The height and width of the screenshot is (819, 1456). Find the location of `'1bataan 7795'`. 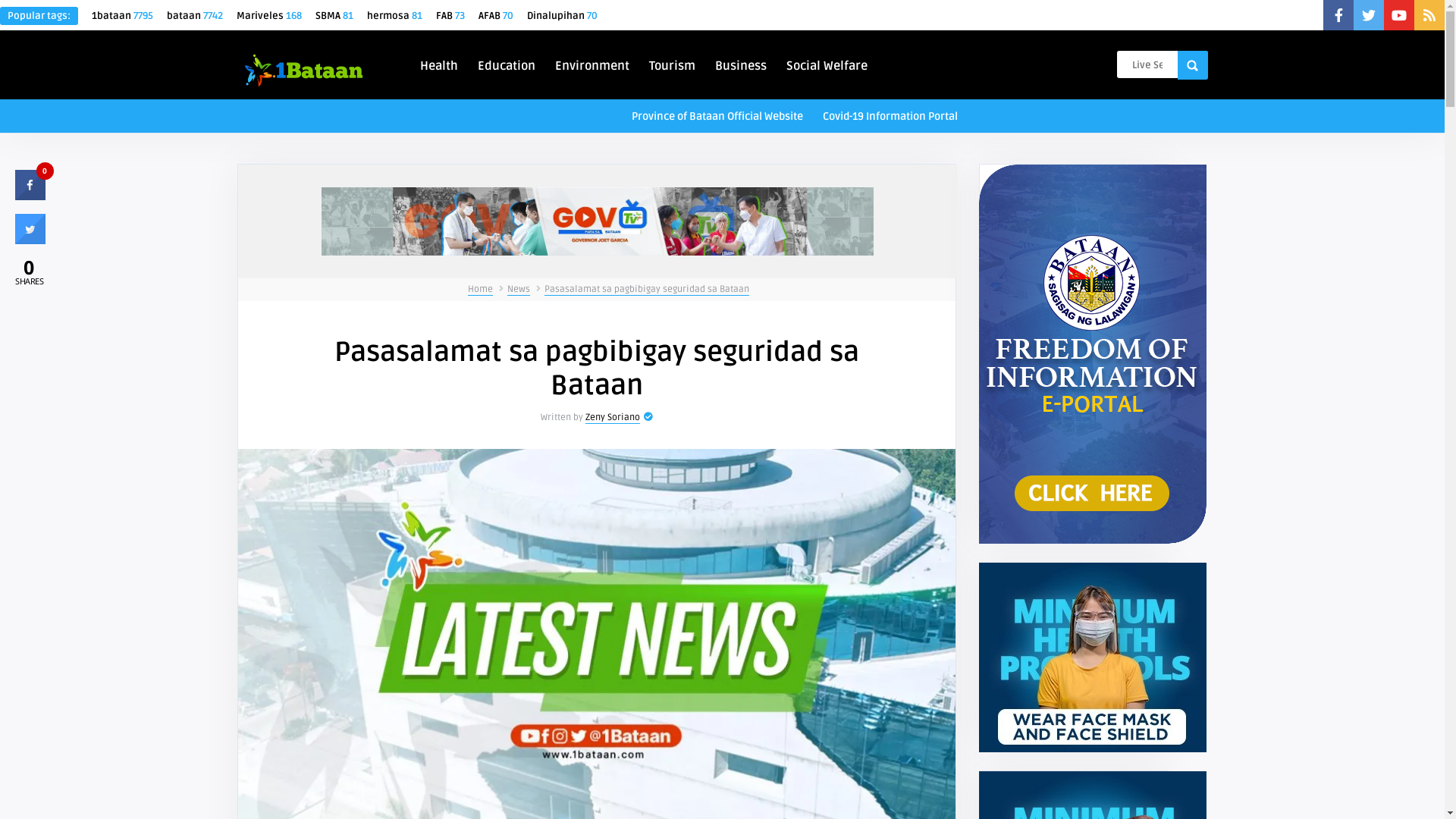

'1bataan 7795' is located at coordinates (90, 15).